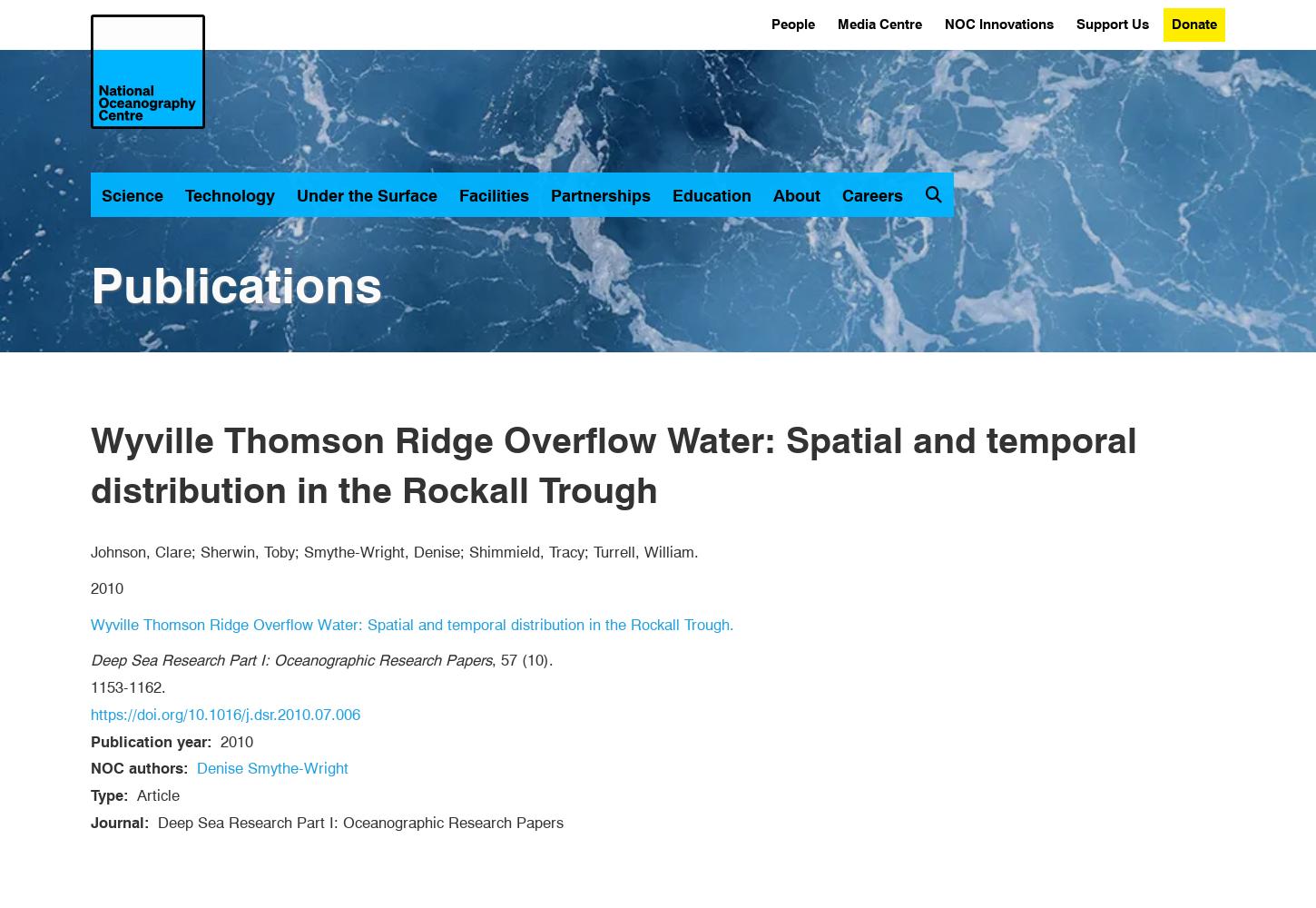 The height and width of the screenshot is (908, 1316). I want to click on 'Denise Smythe-Wright', so click(272, 767).